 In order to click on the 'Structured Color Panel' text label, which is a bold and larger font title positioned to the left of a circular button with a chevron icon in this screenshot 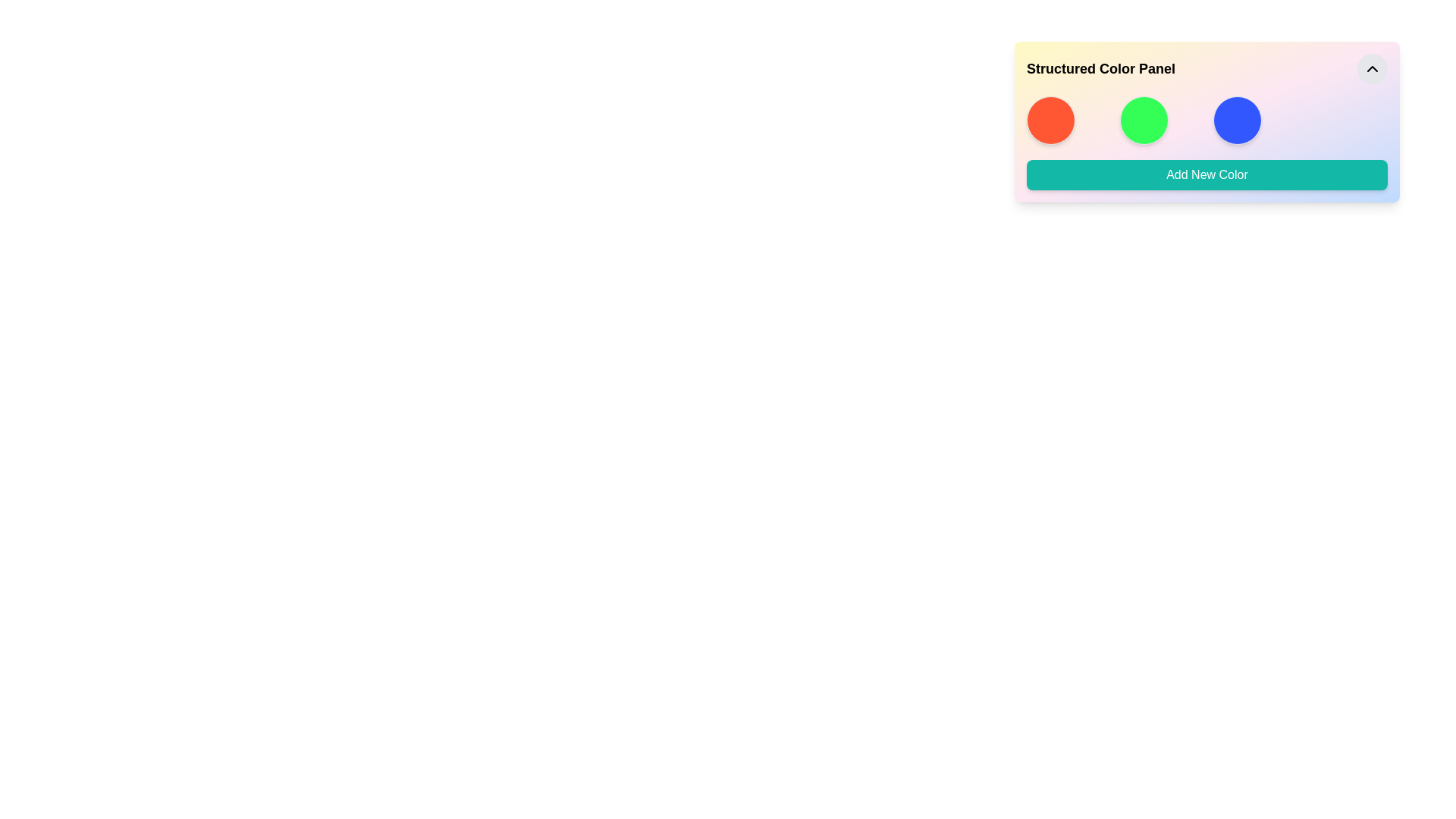, I will do `click(1101, 69)`.